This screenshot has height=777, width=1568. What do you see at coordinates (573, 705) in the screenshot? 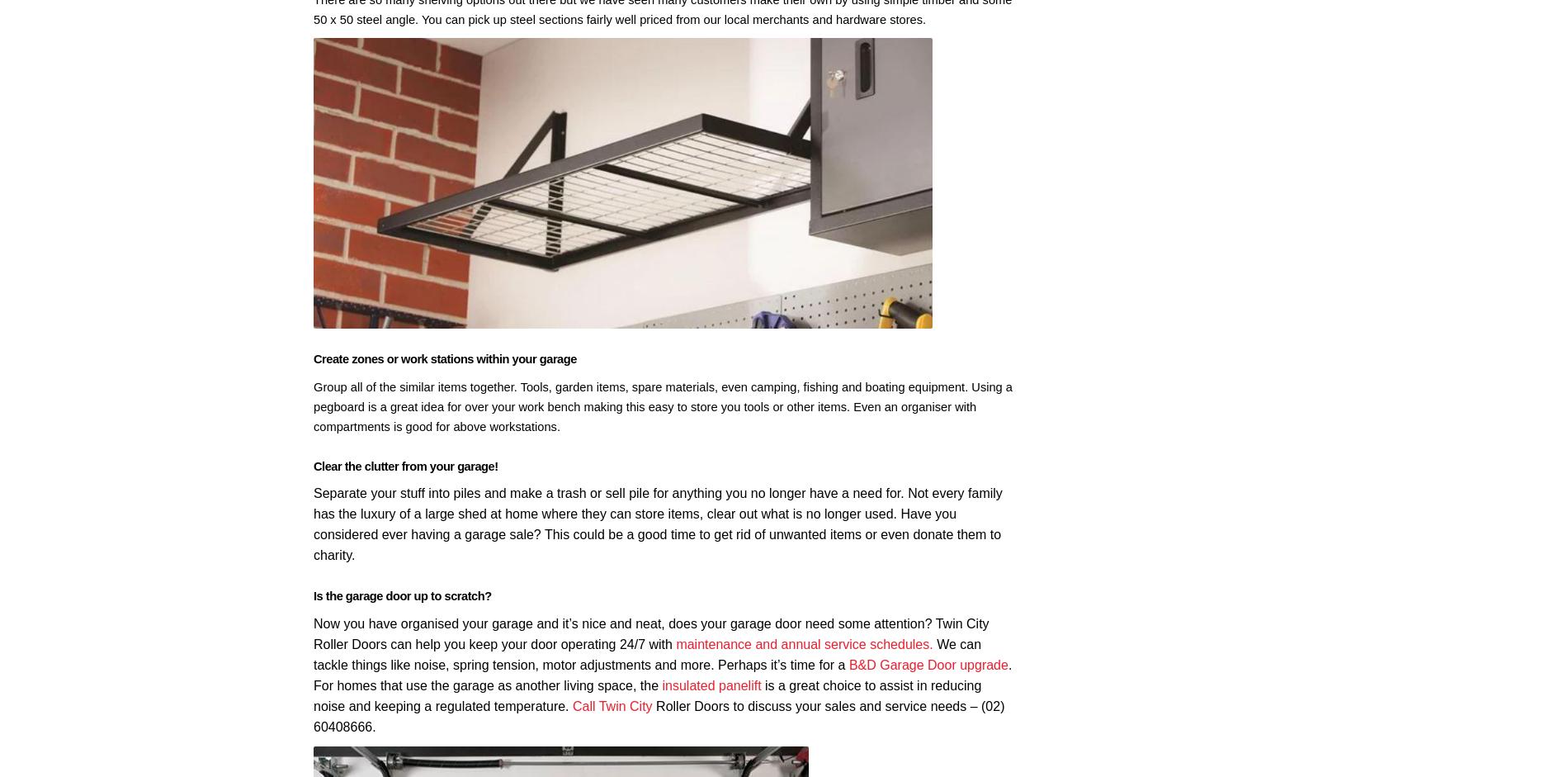
I see `'Call Twin City'` at bounding box center [573, 705].